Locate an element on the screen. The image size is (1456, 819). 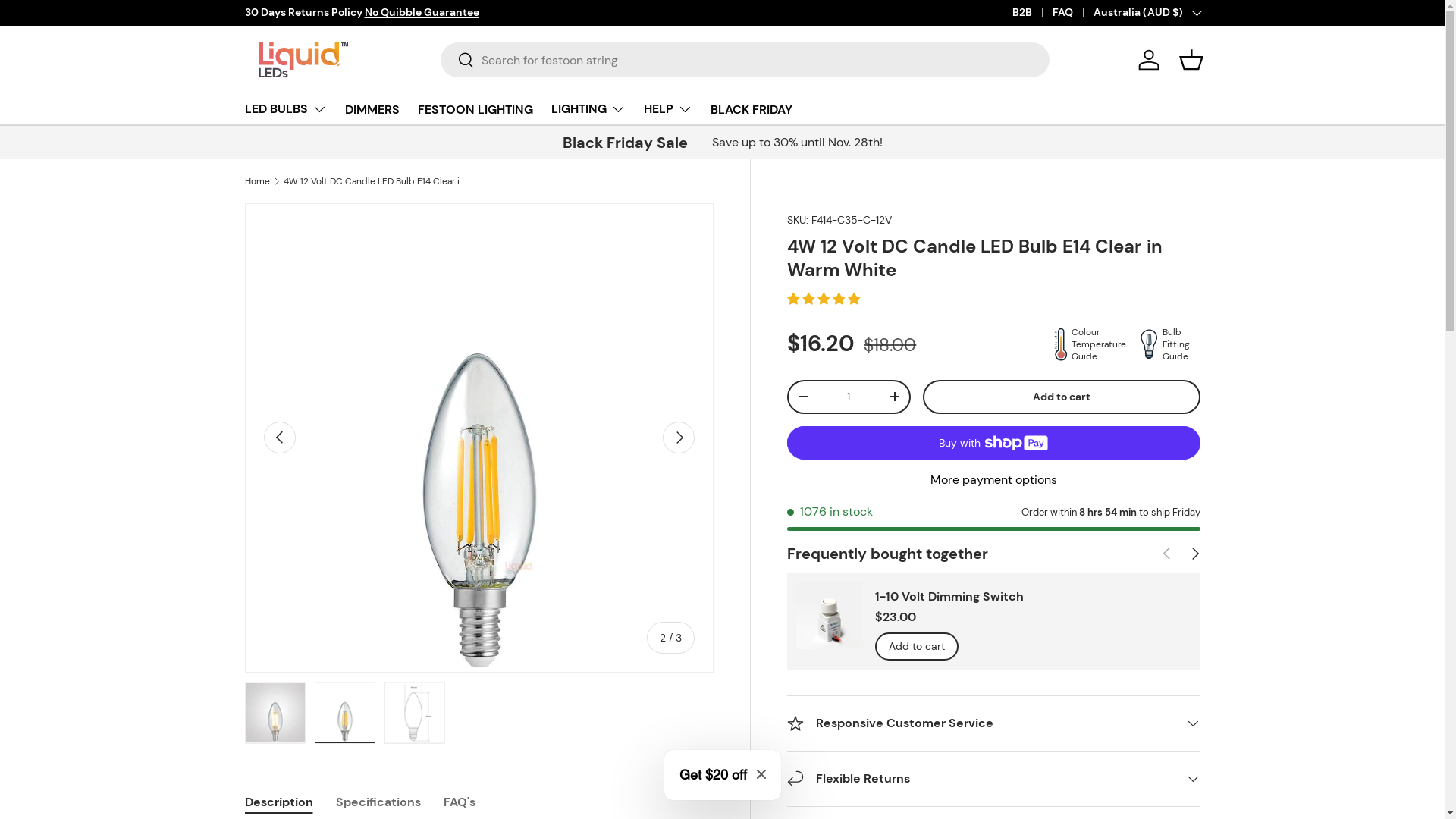
'-' is located at coordinates (789, 396).